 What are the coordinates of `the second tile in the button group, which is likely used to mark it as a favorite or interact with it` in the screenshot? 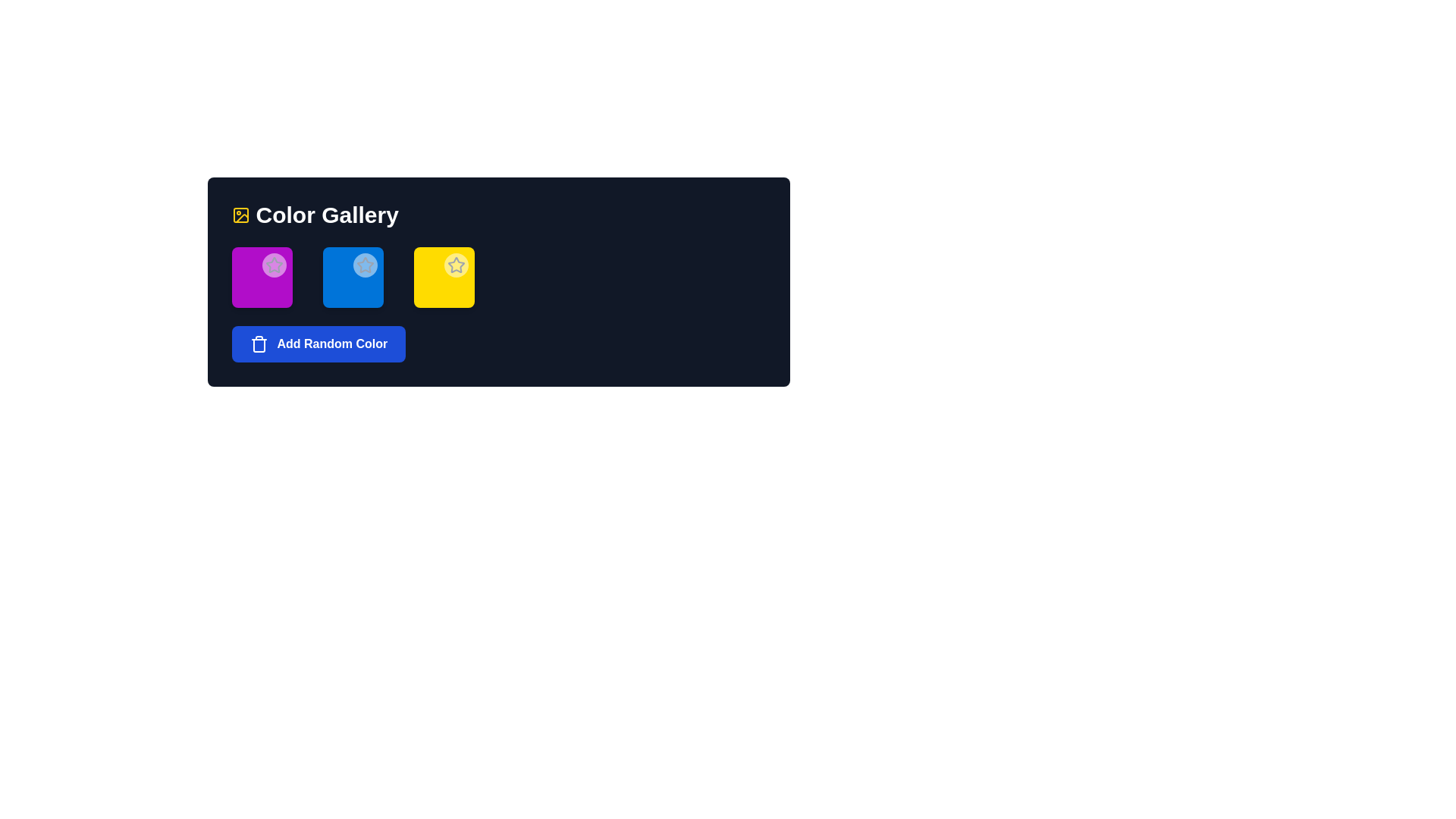 It's located at (352, 278).